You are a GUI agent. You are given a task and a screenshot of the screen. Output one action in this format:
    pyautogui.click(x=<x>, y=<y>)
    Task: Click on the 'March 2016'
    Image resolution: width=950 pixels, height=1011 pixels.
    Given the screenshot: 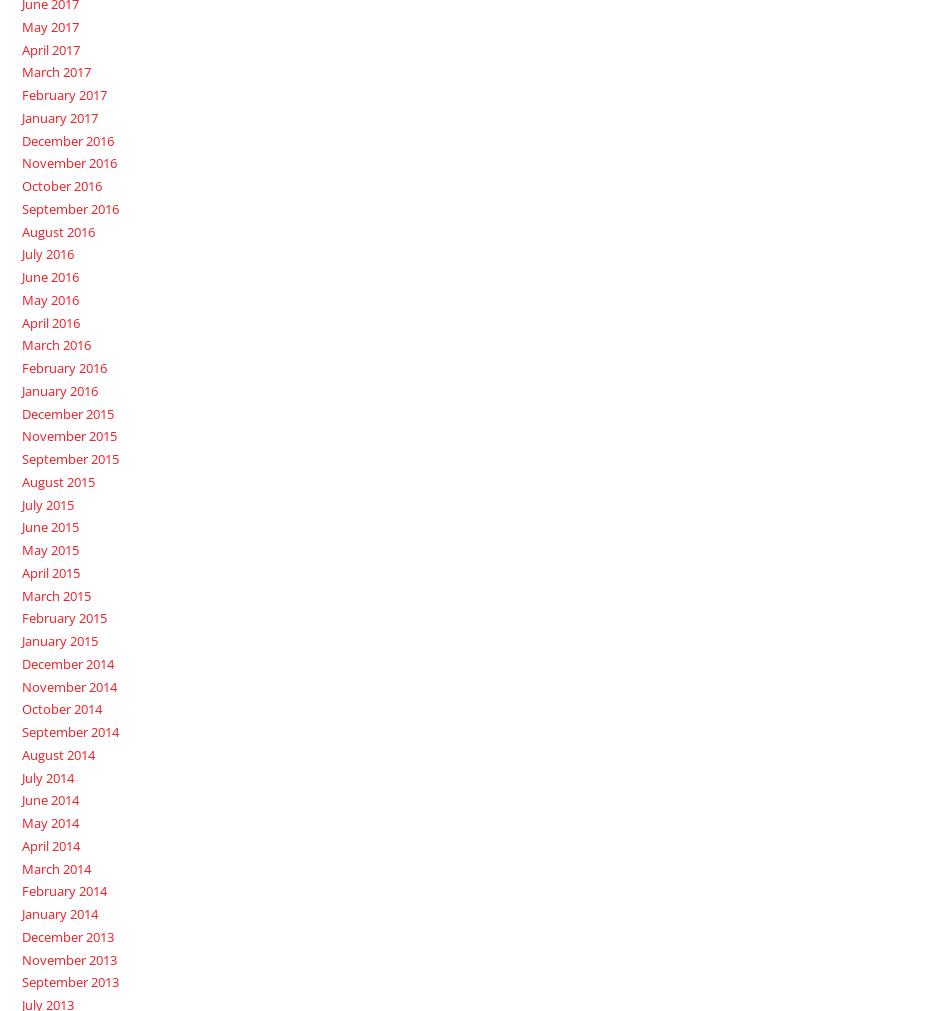 What is the action you would take?
    pyautogui.click(x=55, y=343)
    